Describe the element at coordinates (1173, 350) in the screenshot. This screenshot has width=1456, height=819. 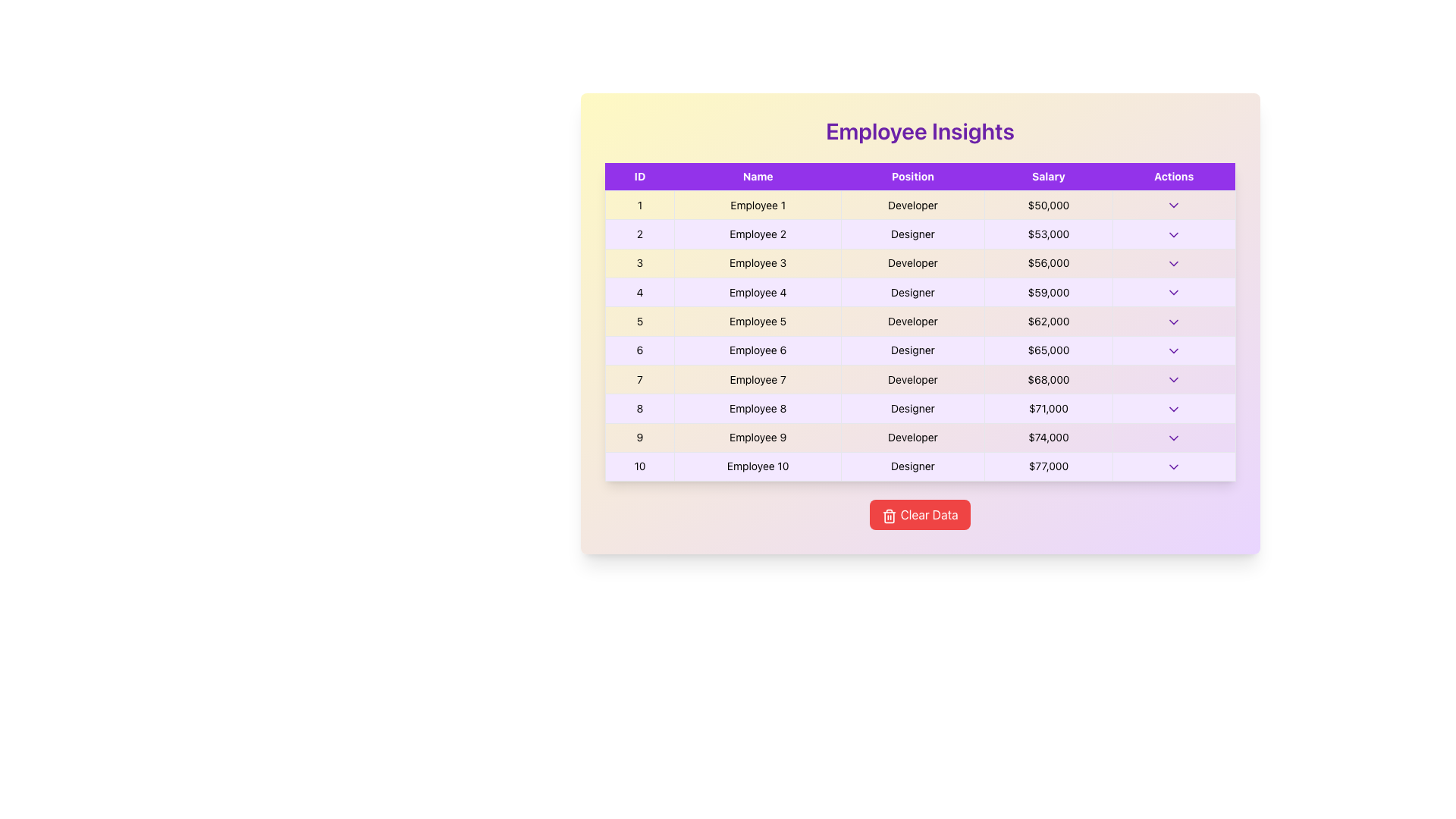
I see `the purple chevron-down icon in the 'Actions' column of the row for 'Employee 6', who is a 'Designer' with a salary of '$65,000'` at that location.